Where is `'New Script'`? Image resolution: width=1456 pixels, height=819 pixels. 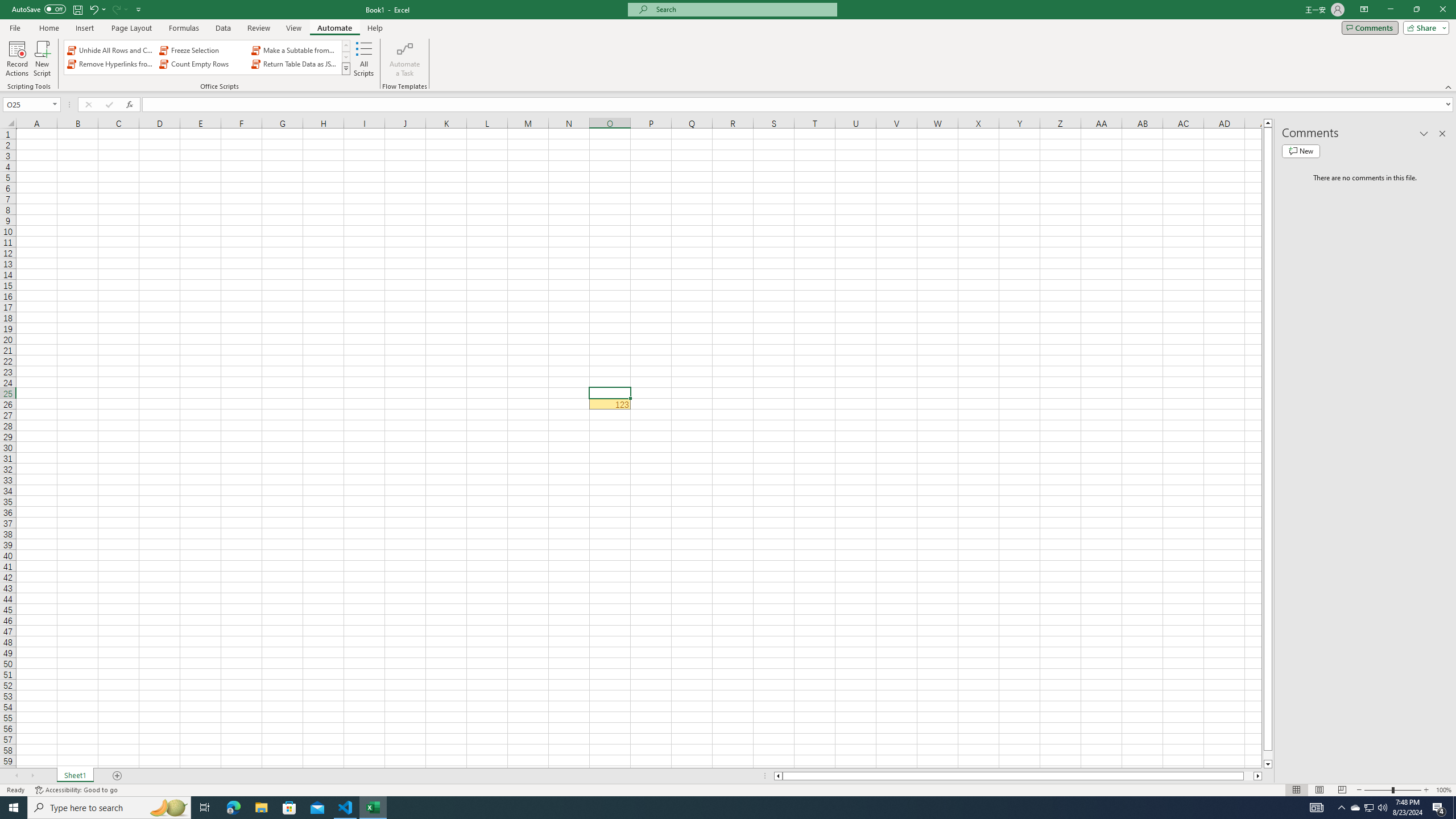
'New Script' is located at coordinates (42, 59).